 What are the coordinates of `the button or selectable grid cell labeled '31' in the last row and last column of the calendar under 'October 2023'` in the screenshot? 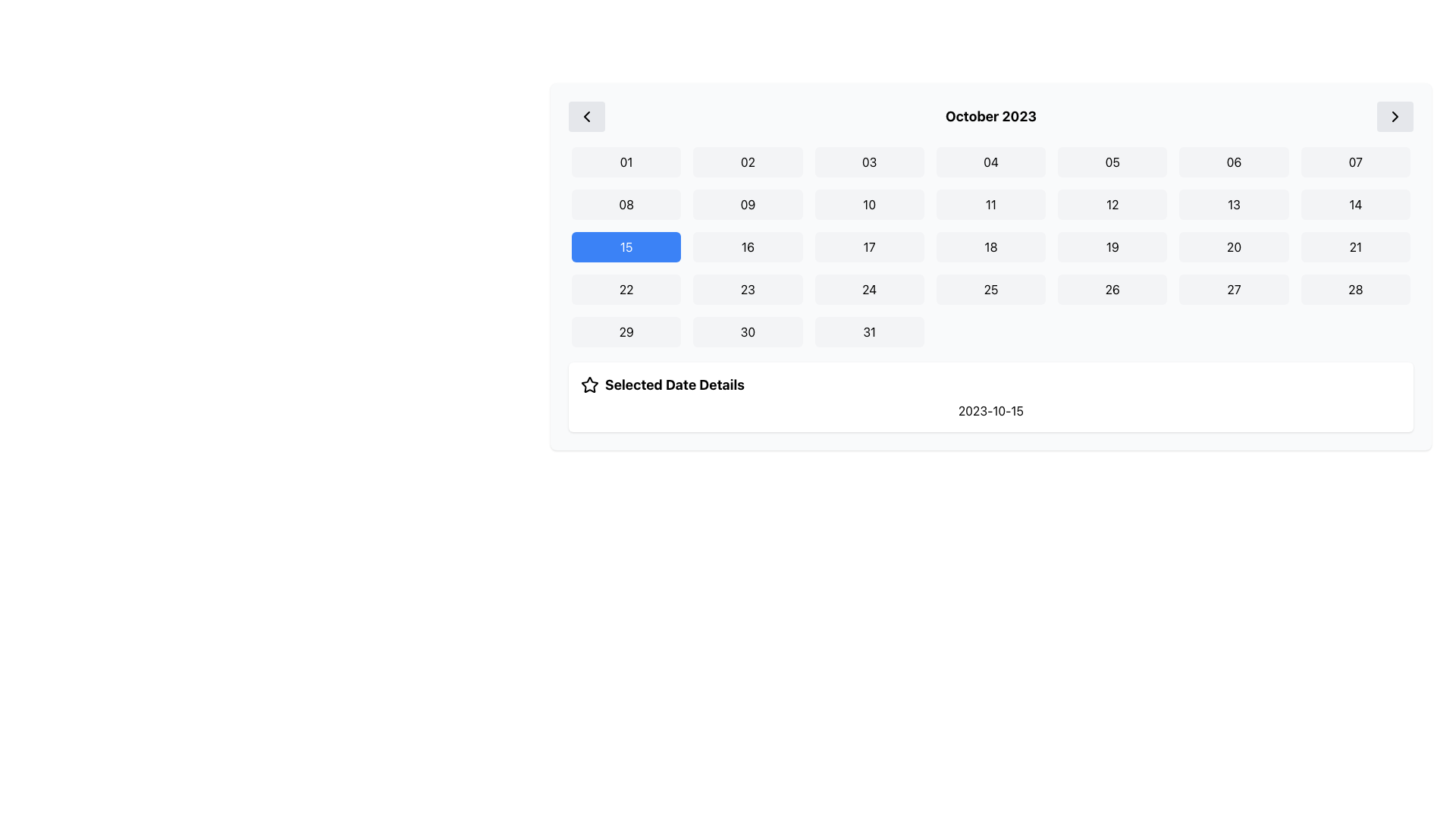 It's located at (869, 331).